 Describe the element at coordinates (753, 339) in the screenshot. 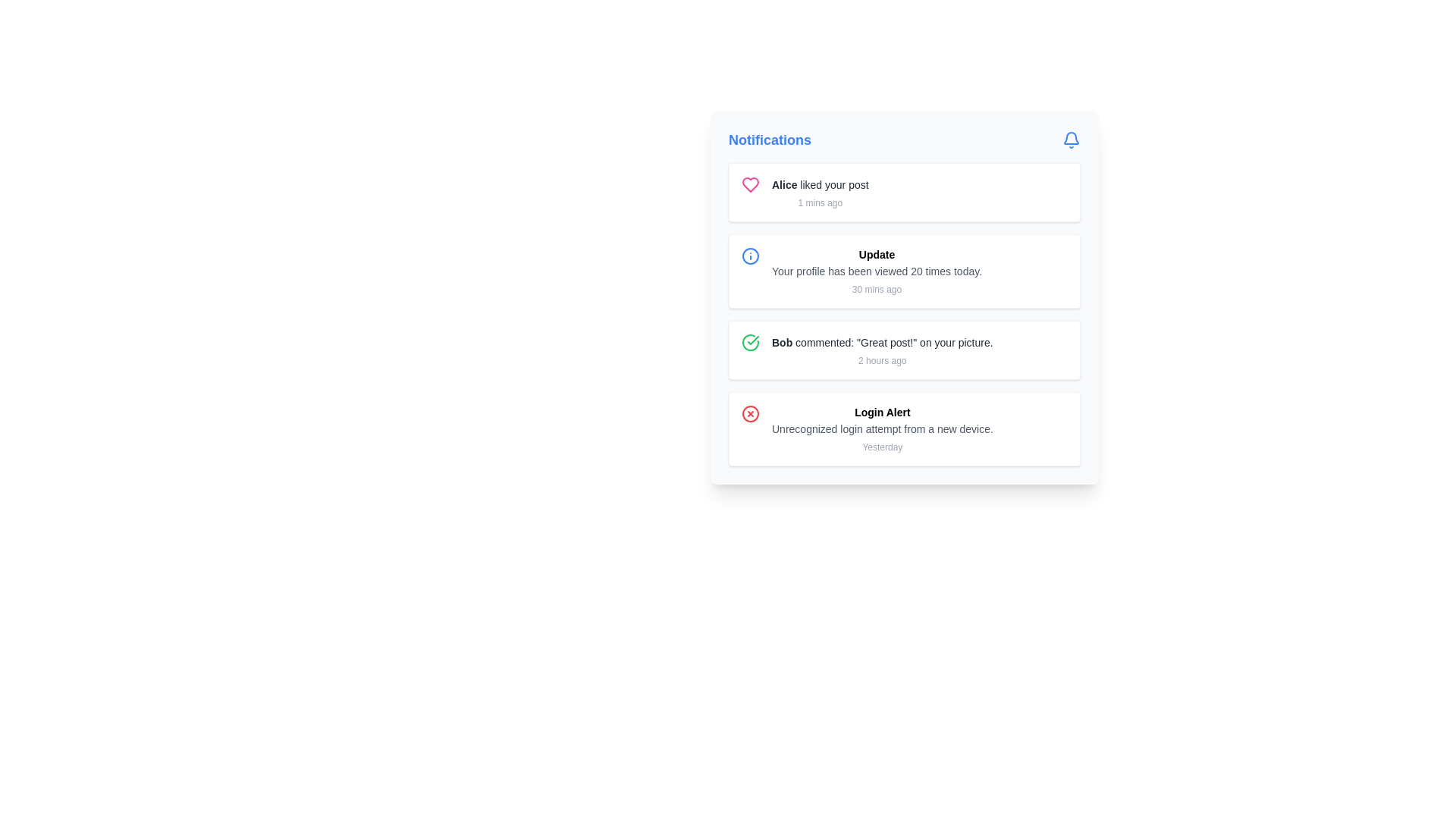

I see `green checkmark icon indicating success, located within the second notification item of a vertically stacked list, using developer tools` at that location.